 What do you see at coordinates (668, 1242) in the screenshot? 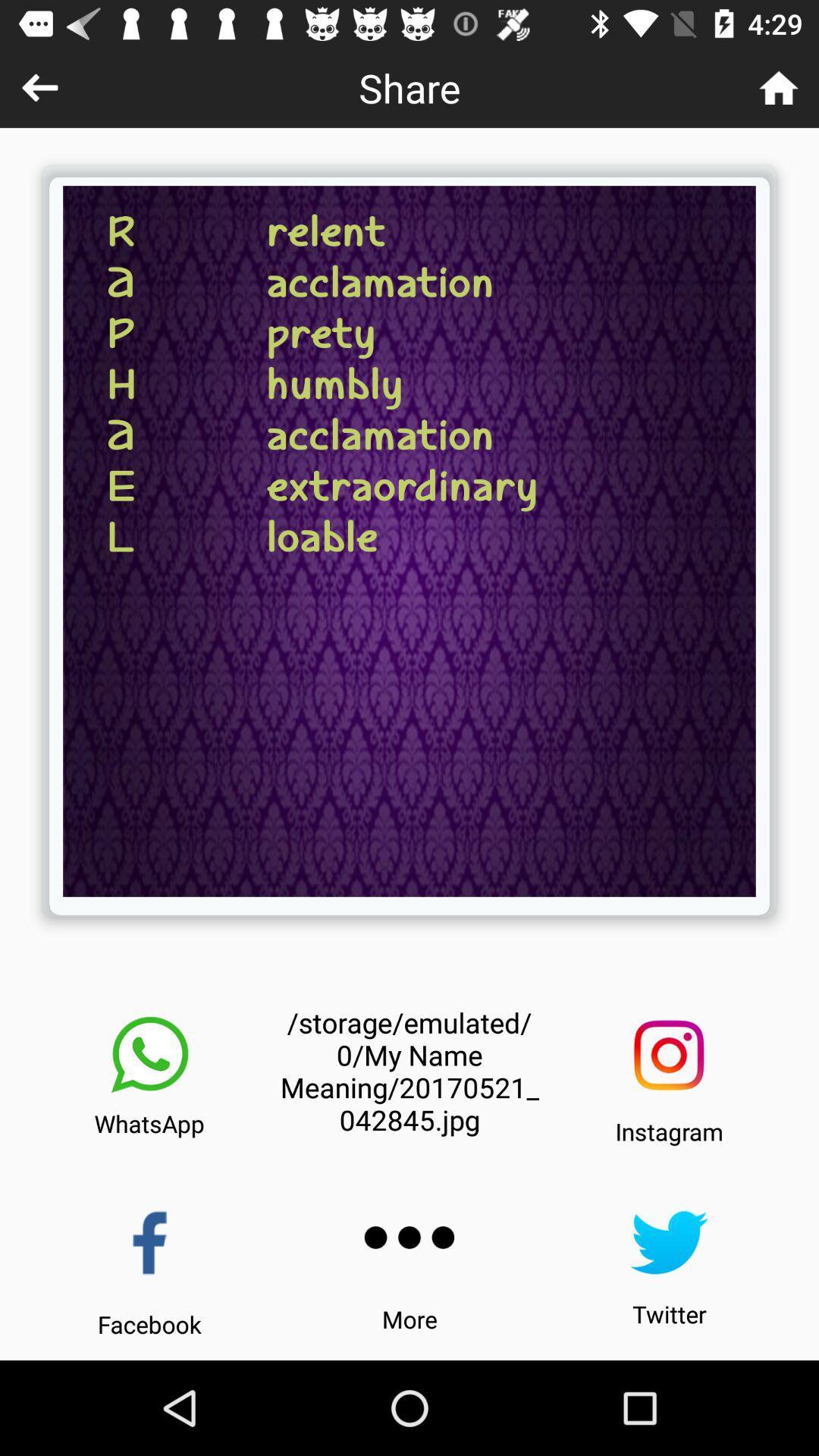
I see `share on twitter` at bounding box center [668, 1242].